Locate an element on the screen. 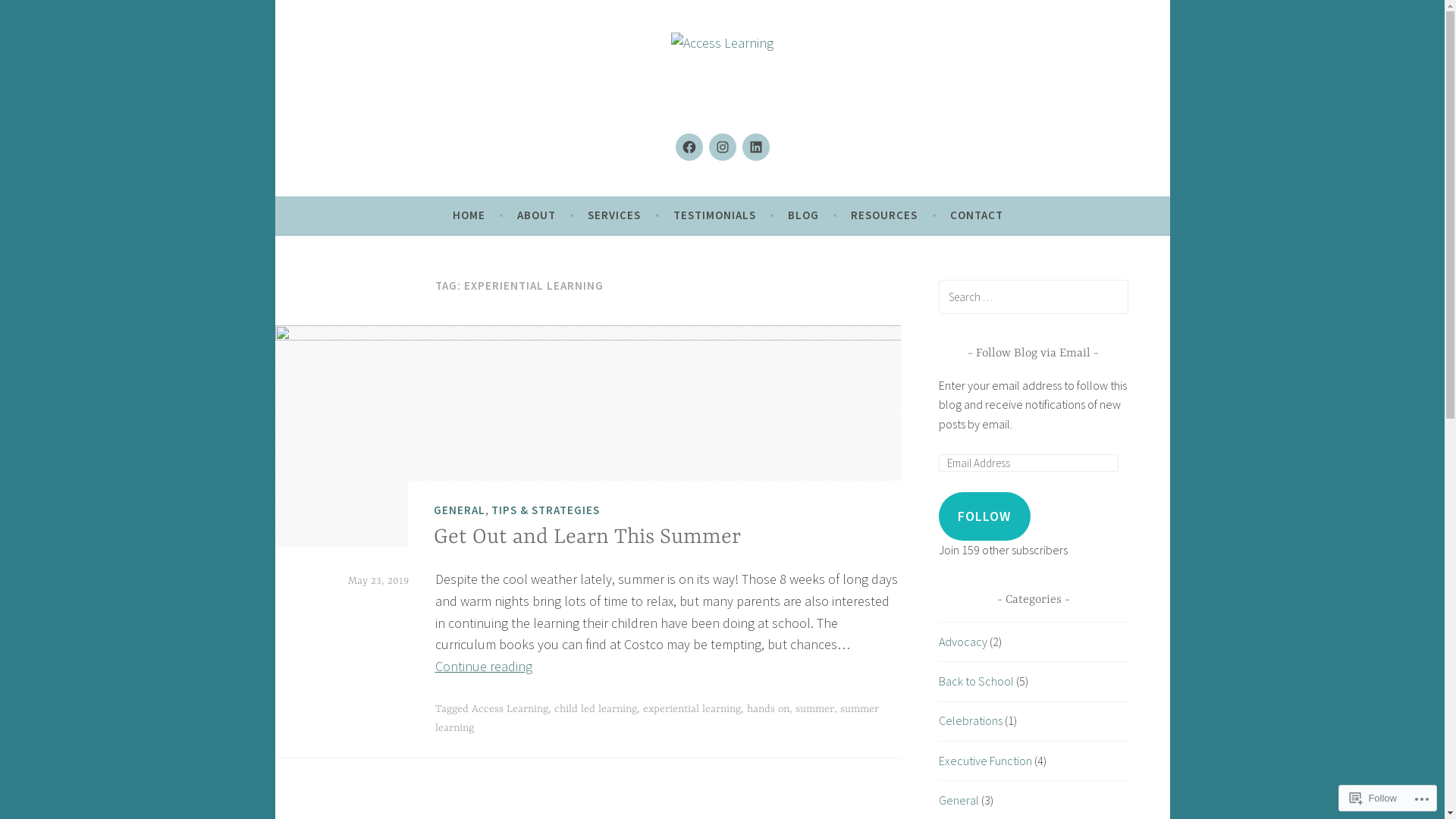 This screenshot has width=1456, height=819. 'ABOUT' is located at coordinates (536, 215).